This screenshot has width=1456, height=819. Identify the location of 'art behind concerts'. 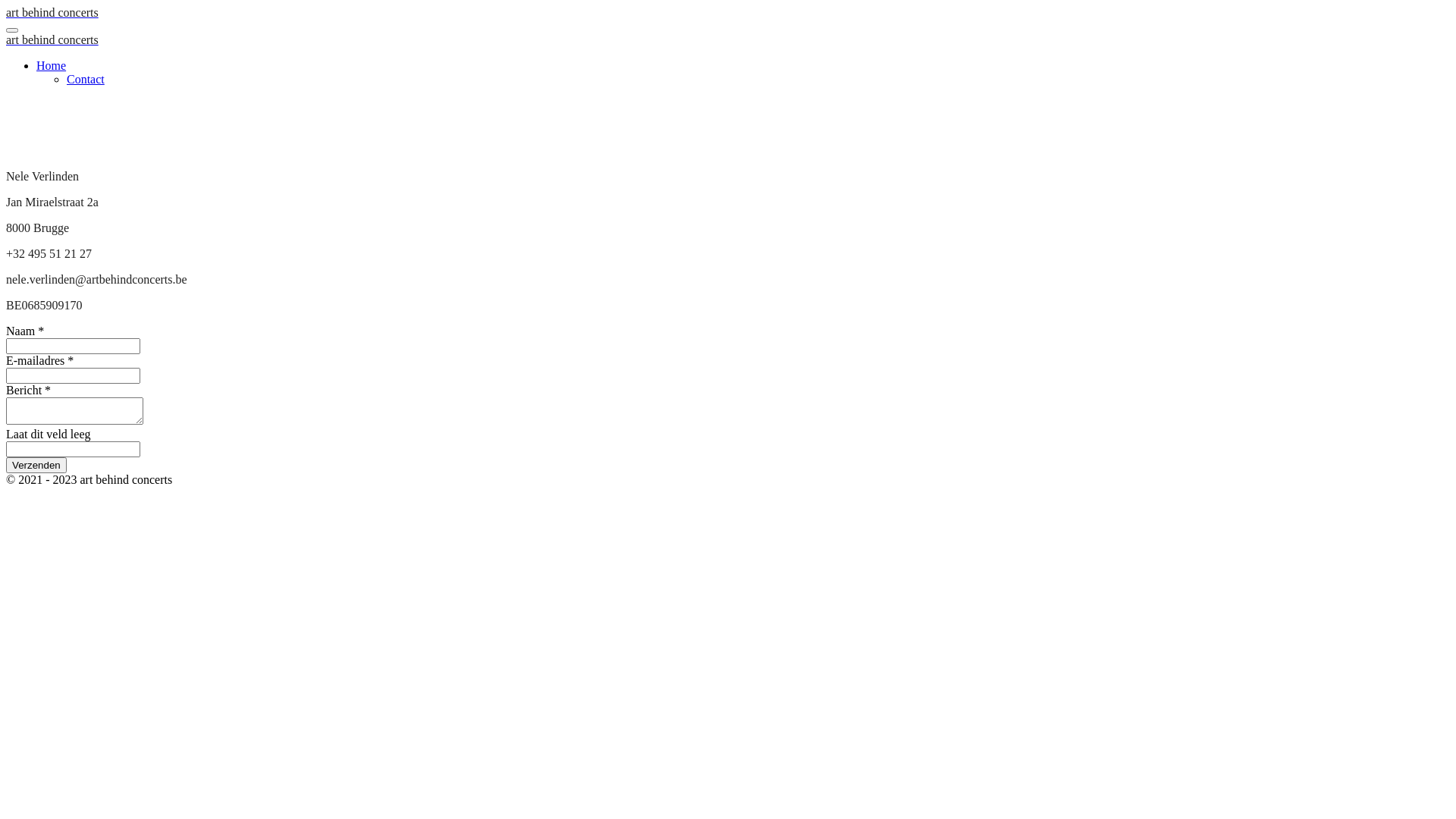
(52, 12).